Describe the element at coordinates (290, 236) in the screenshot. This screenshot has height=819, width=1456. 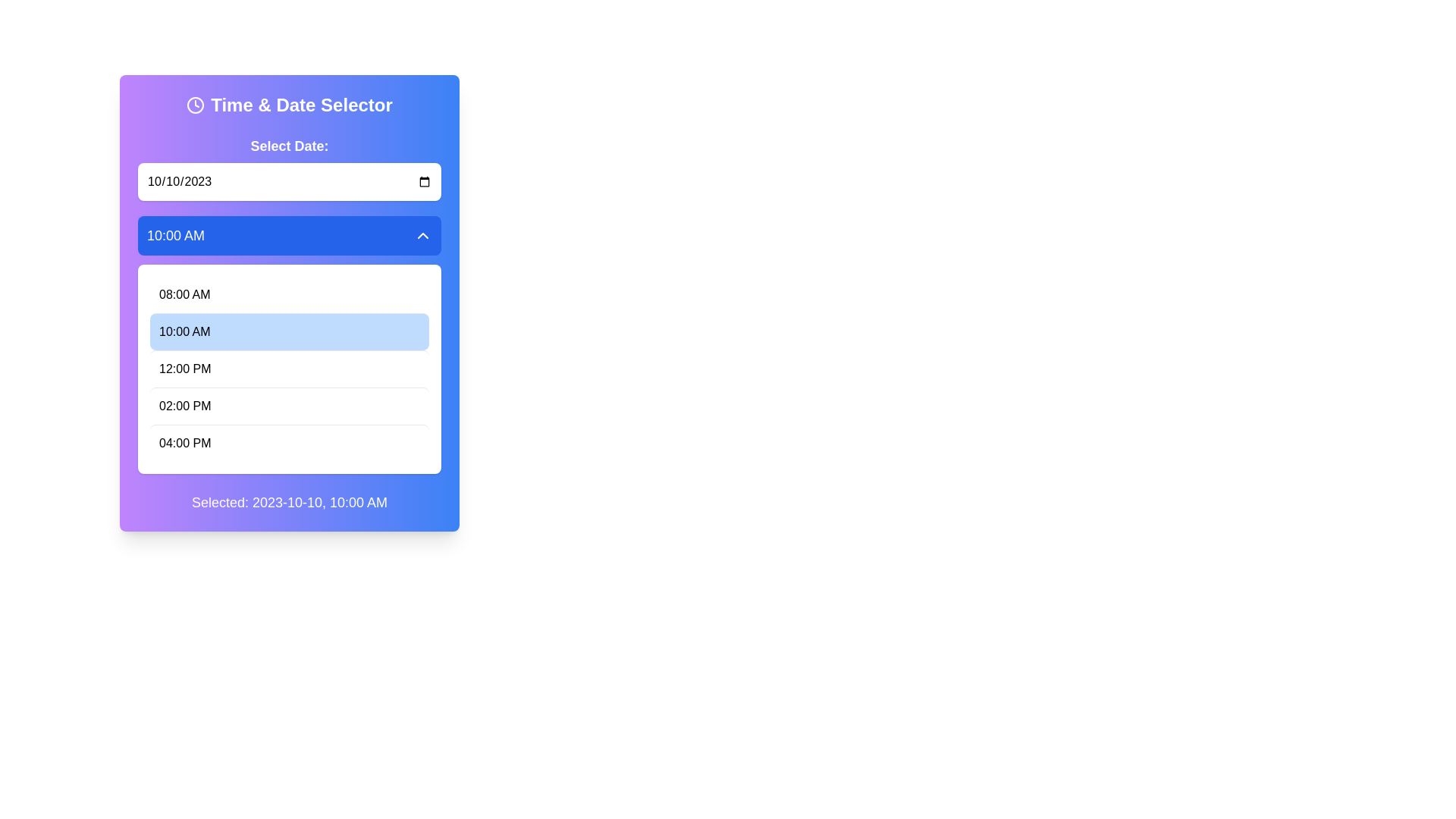
I see `the Dropdown toggle button labeled '10:00 AM' with a blue background` at that location.